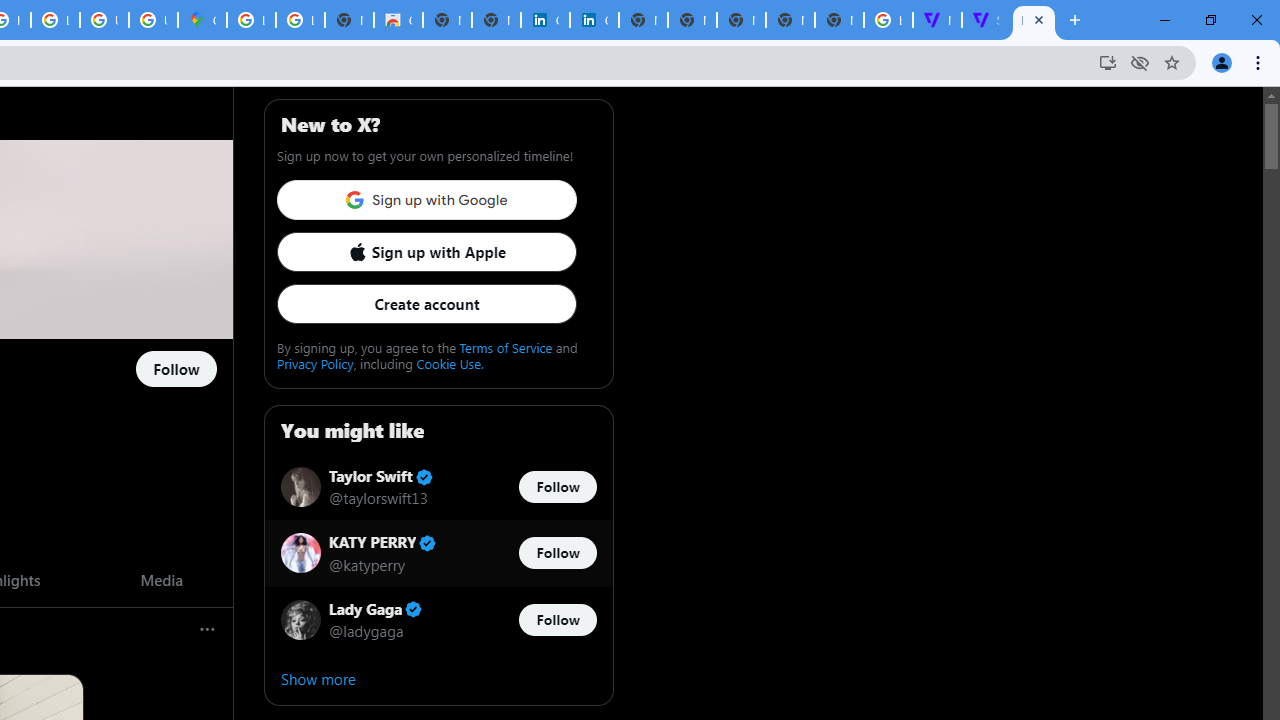 The height and width of the screenshot is (720, 1280). I want to click on 'Sign up with Apple', so click(425, 250).